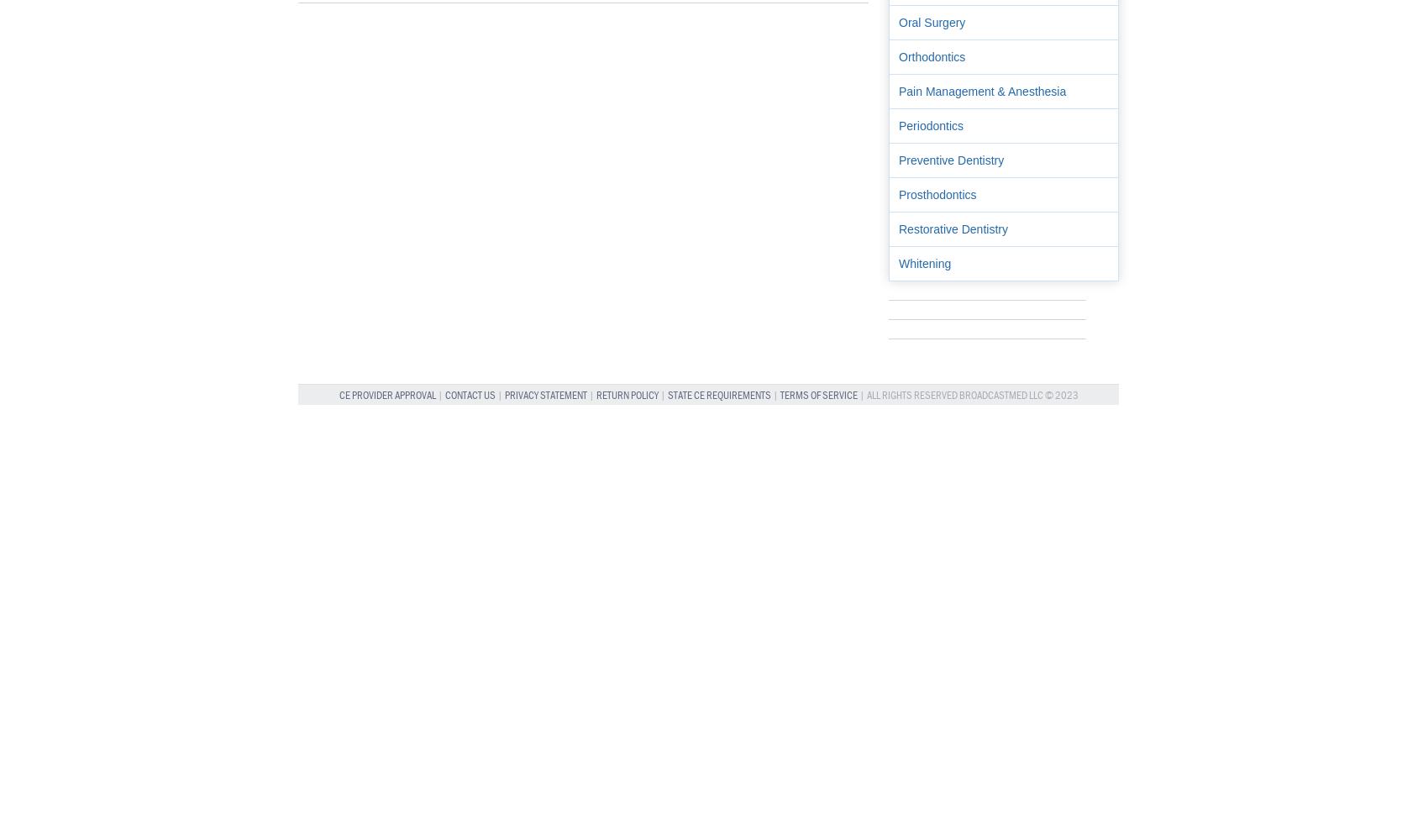  I want to click on 'Pain Management & Anesthesia', so click(982, 90).